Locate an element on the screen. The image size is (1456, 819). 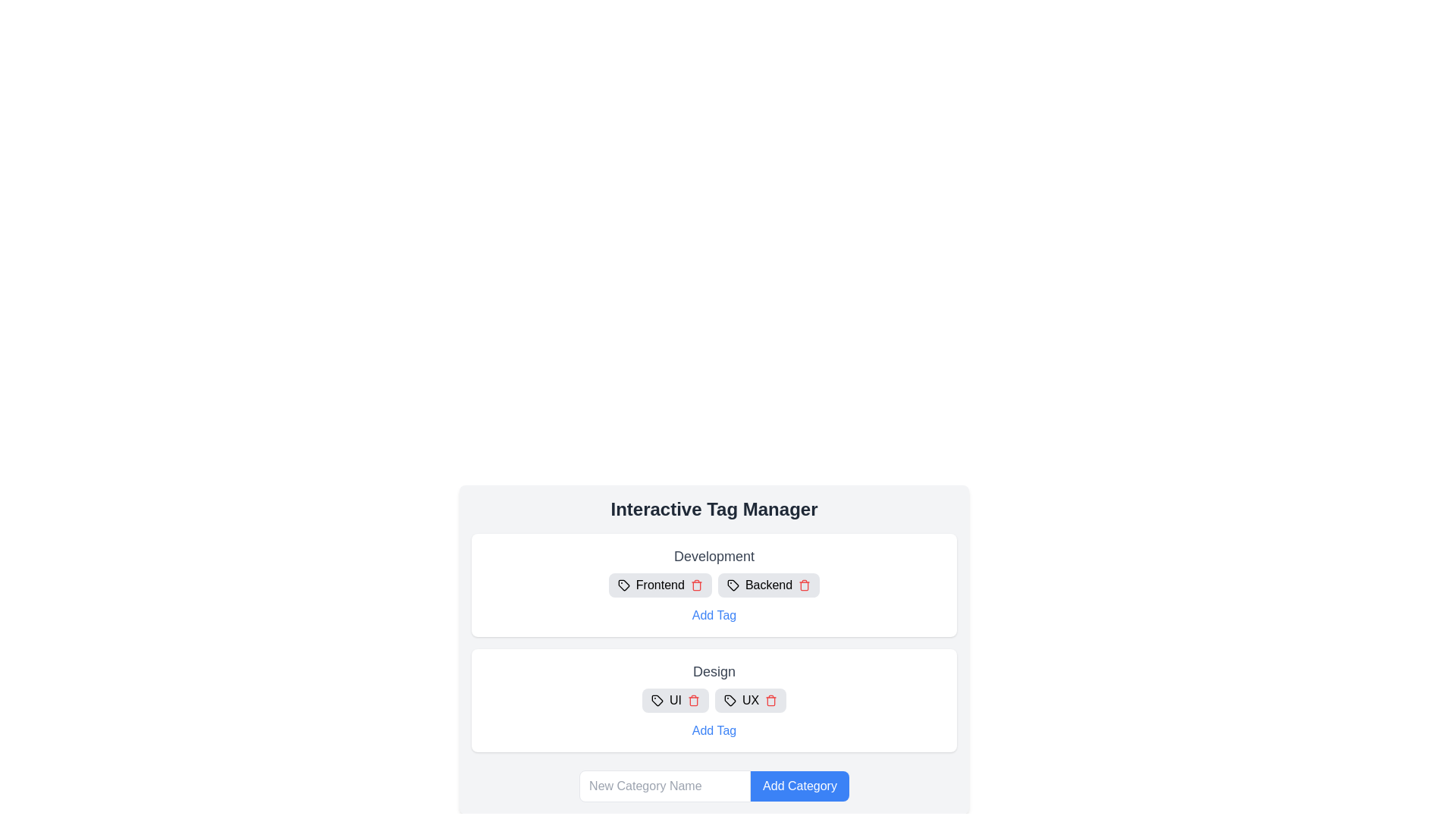
the 'Add Tag' link, which is a blue text link located near the bottom of the 'Design' section, below the 'UI' and 'UX' tag buttons is located at coordinates (713, 730).